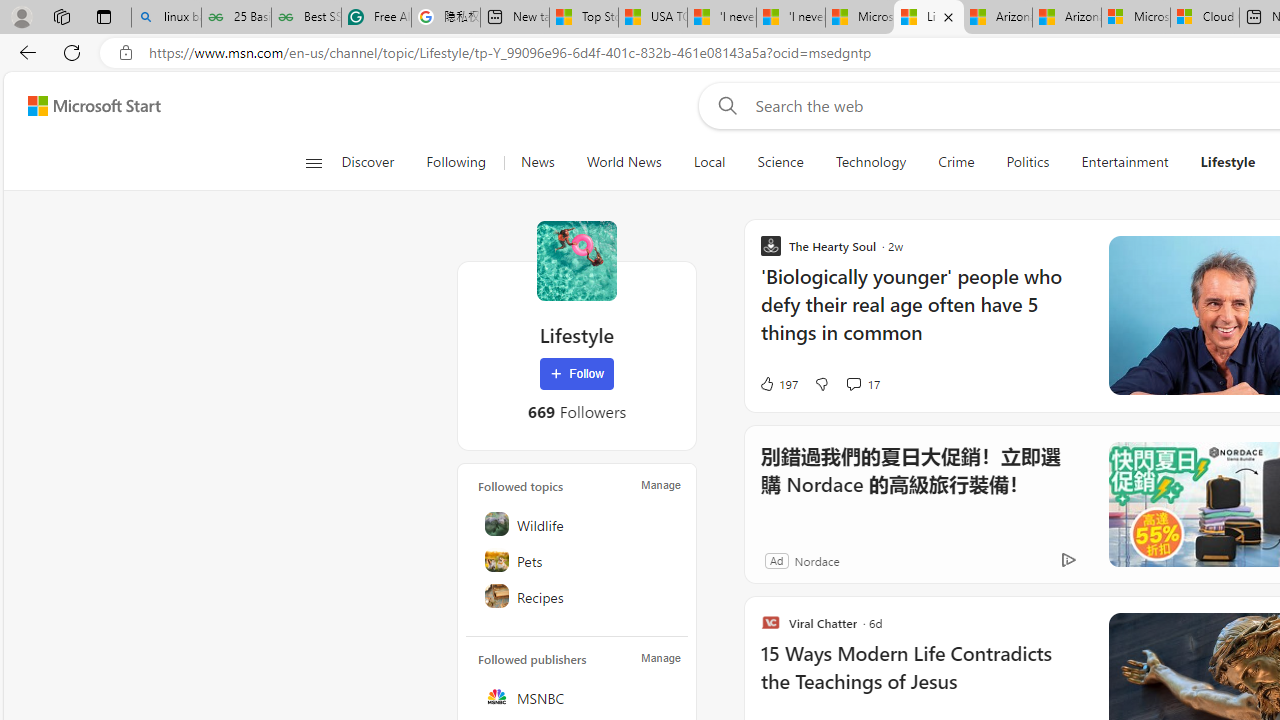  Describe the element at coordinates (927, 17) in the screenshot. I see `'Lifestyle - MSN'` at that location.